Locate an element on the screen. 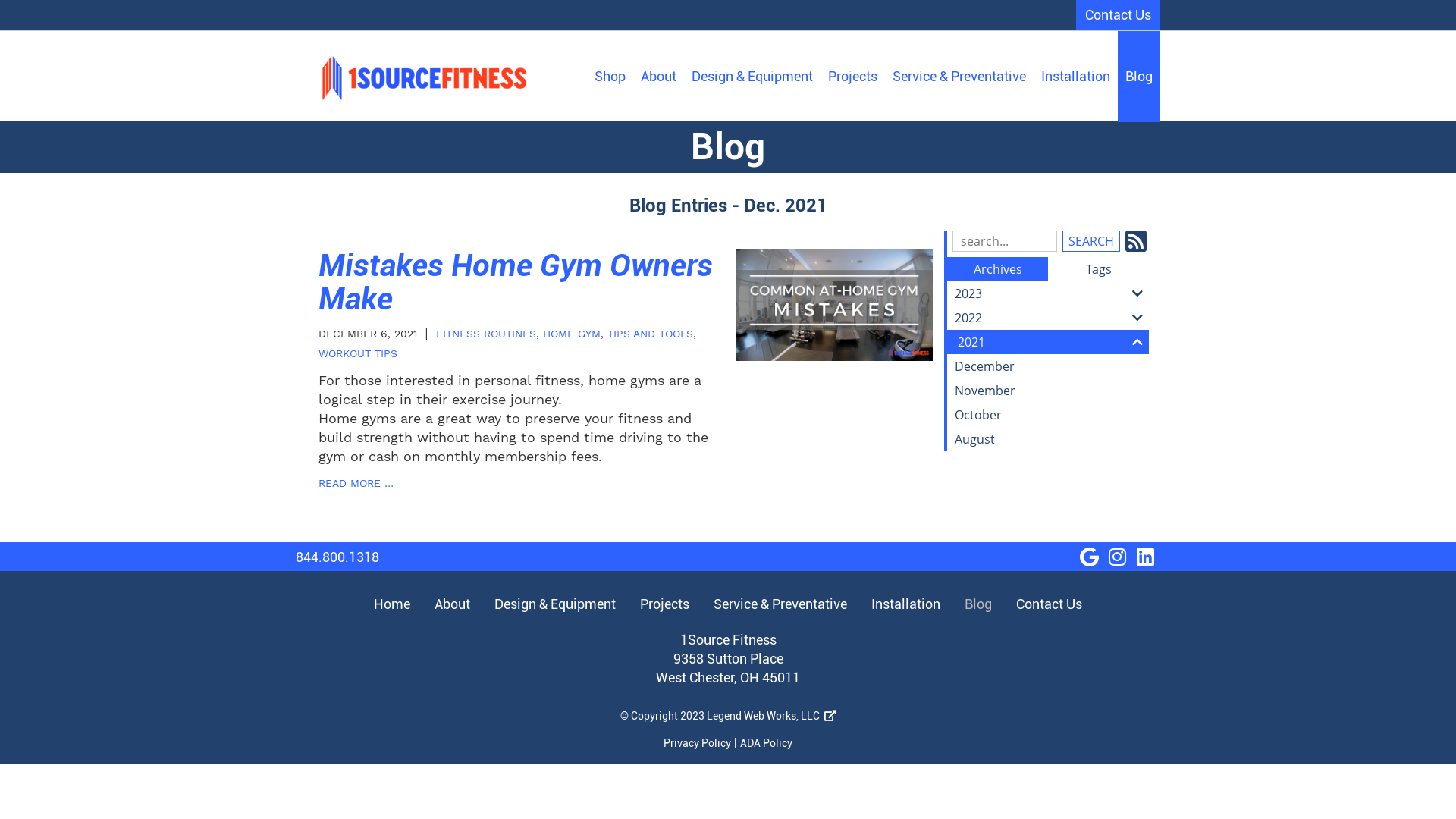  'Privacy Policy' is located at coordinates (663, 742).